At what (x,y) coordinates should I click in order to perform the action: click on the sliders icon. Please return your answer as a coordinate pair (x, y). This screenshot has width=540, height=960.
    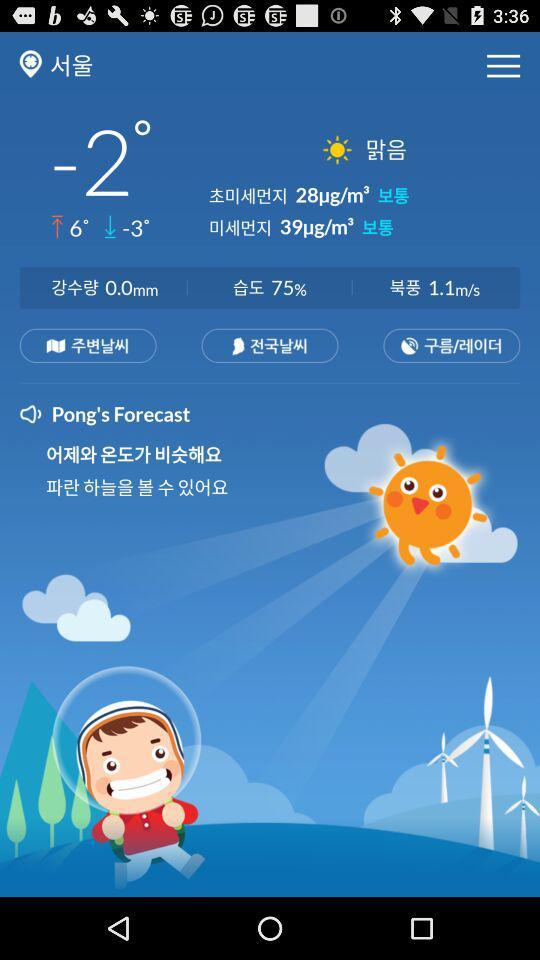
    Looking at the image, I should click on (87, 368).